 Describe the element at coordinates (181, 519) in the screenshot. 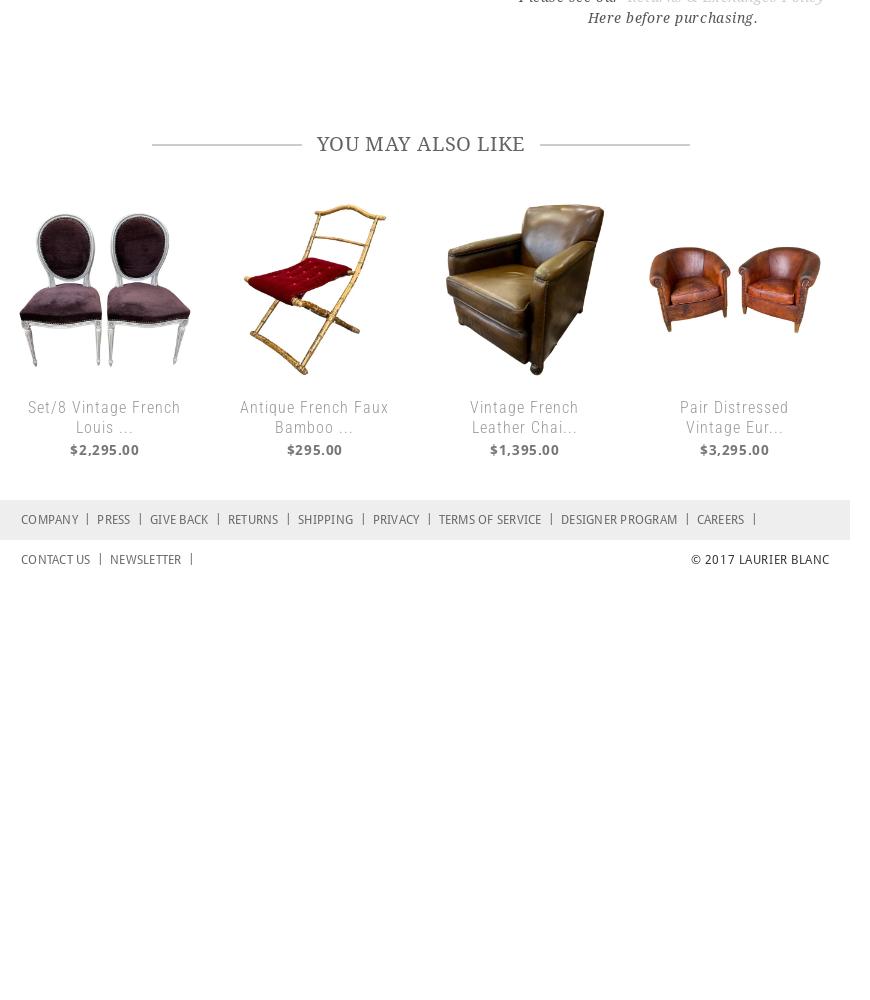

I see `'Give Back'` at that location.